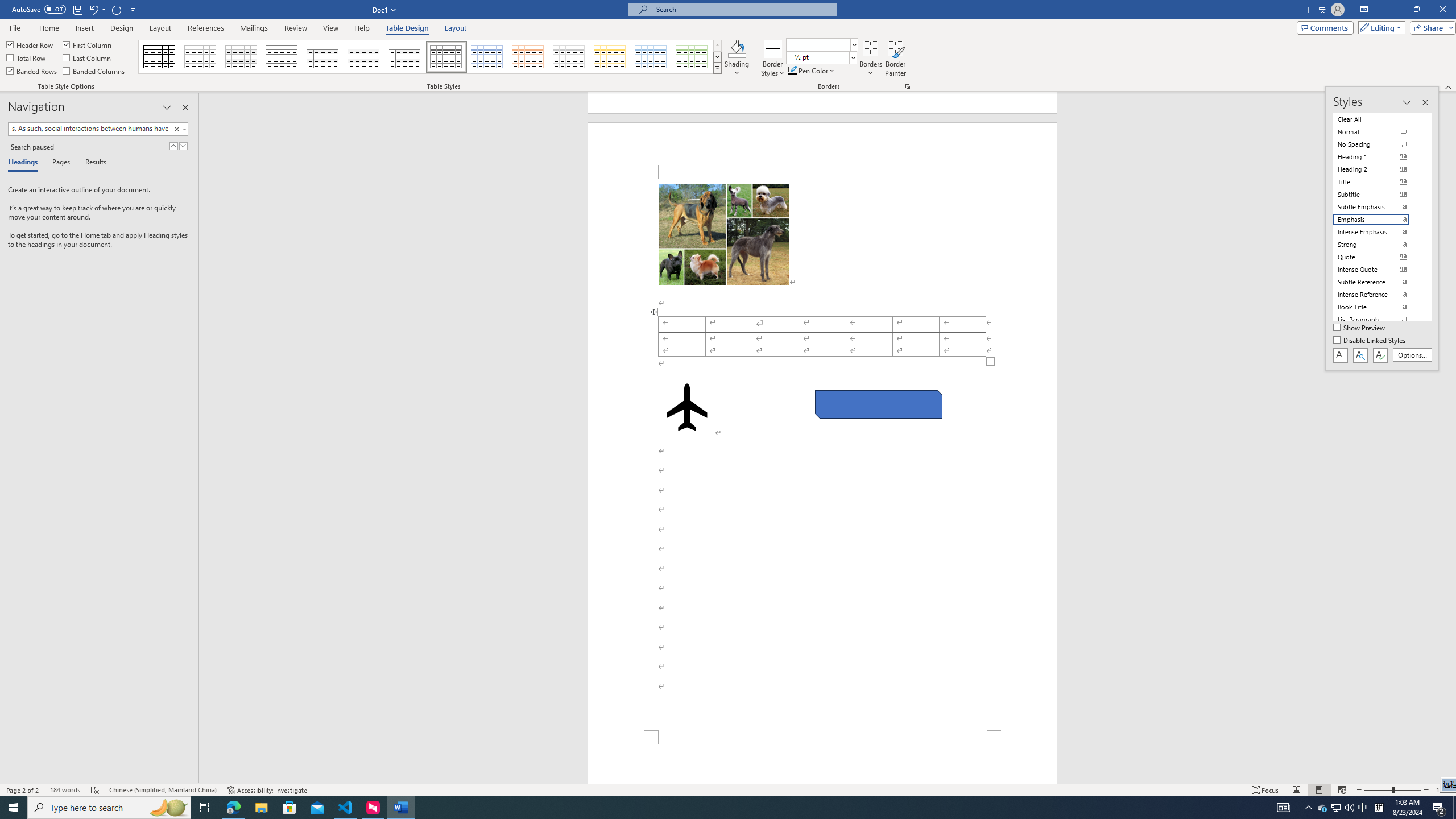 The width and height of the screenshot is (1456, 819). What do you see at coordinates (178, 128) in the screenshot?
I see `'Clear'` at bounding box center [178, 128].